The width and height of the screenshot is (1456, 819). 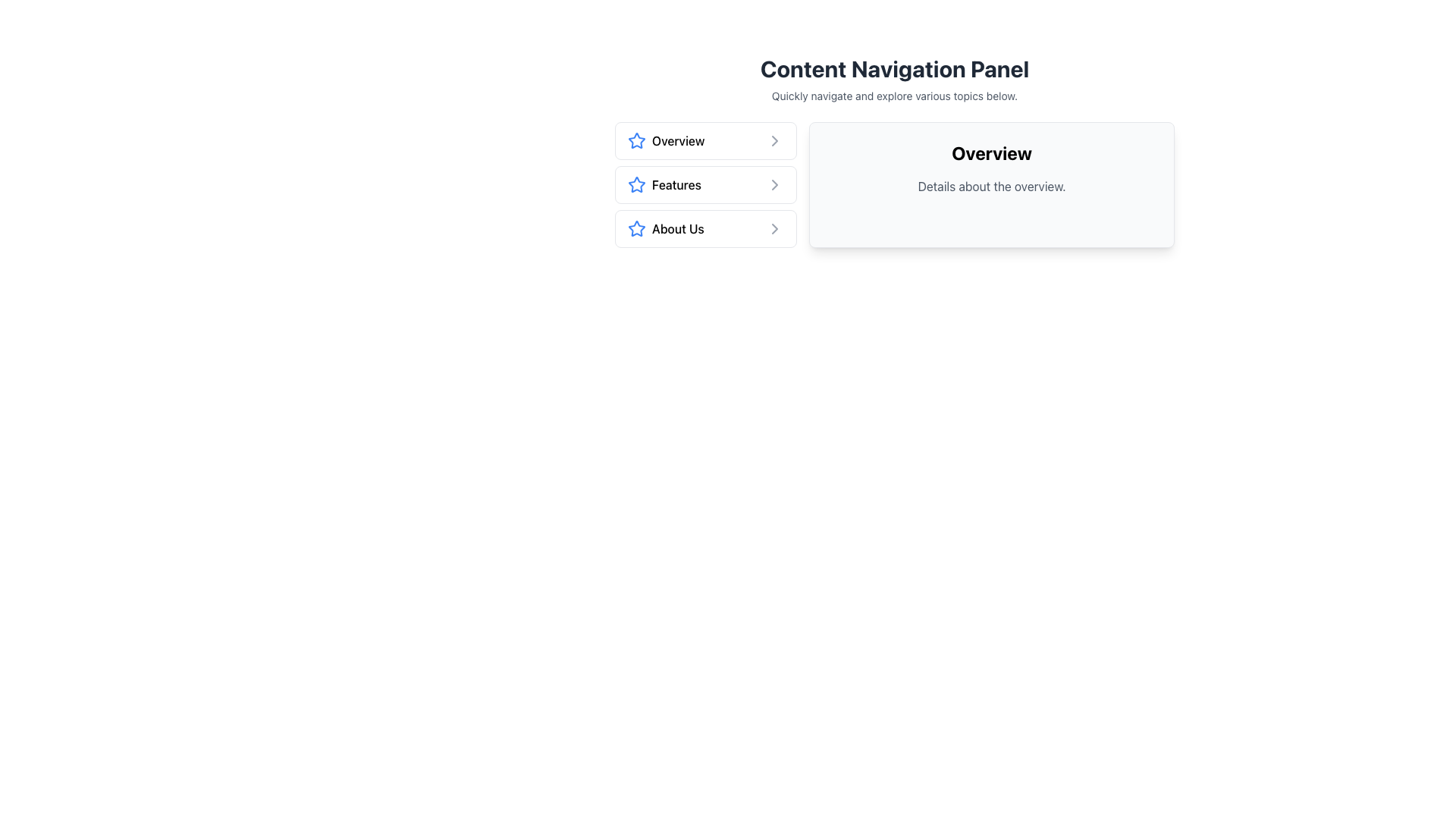 I want to click on the 'About Us' button, which is the third button in the navigation panel, so click(x=705, y=228).